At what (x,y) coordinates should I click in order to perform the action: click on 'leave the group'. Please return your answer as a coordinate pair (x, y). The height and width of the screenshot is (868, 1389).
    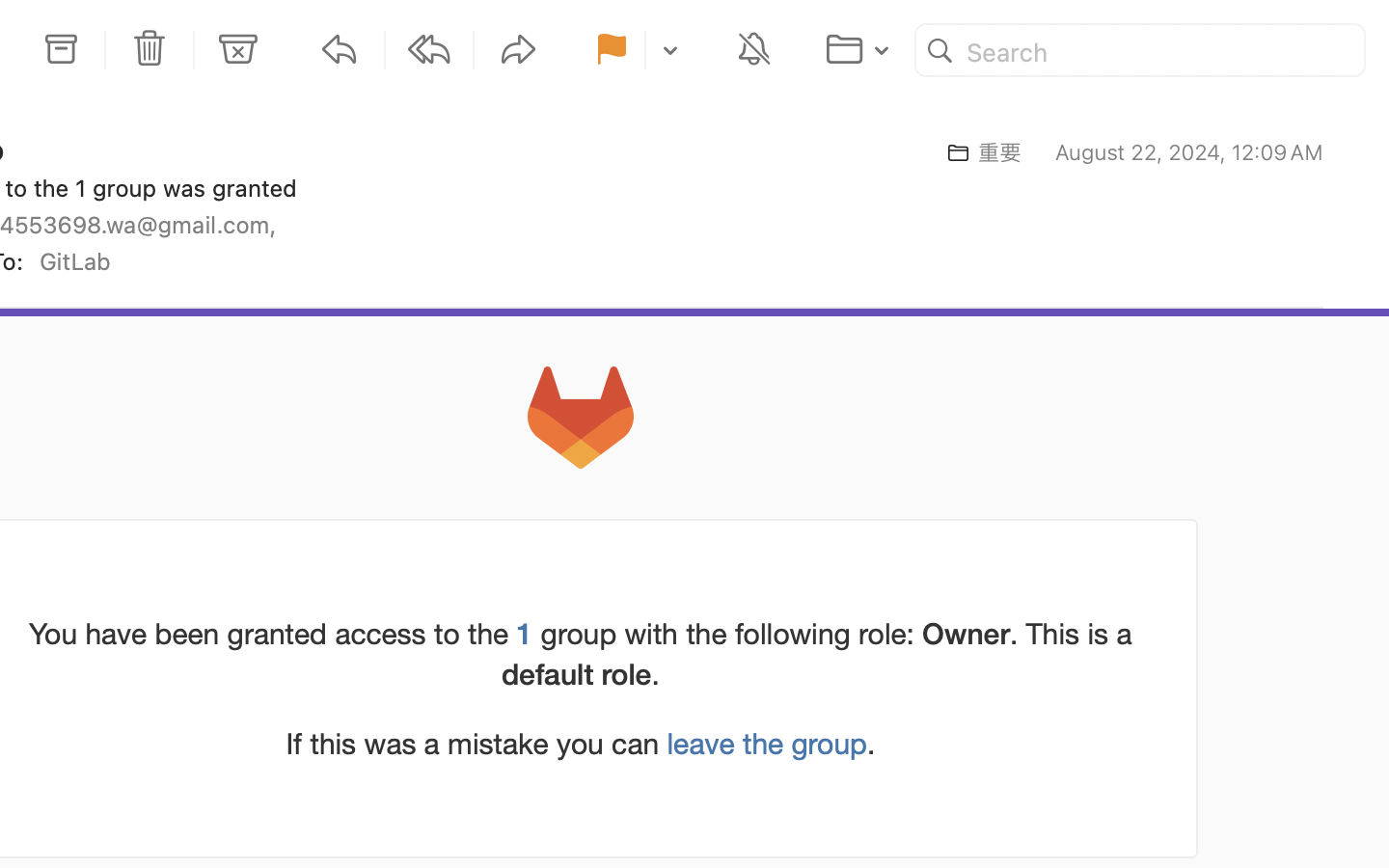
    Looking at the image, I should click on (767, 743).